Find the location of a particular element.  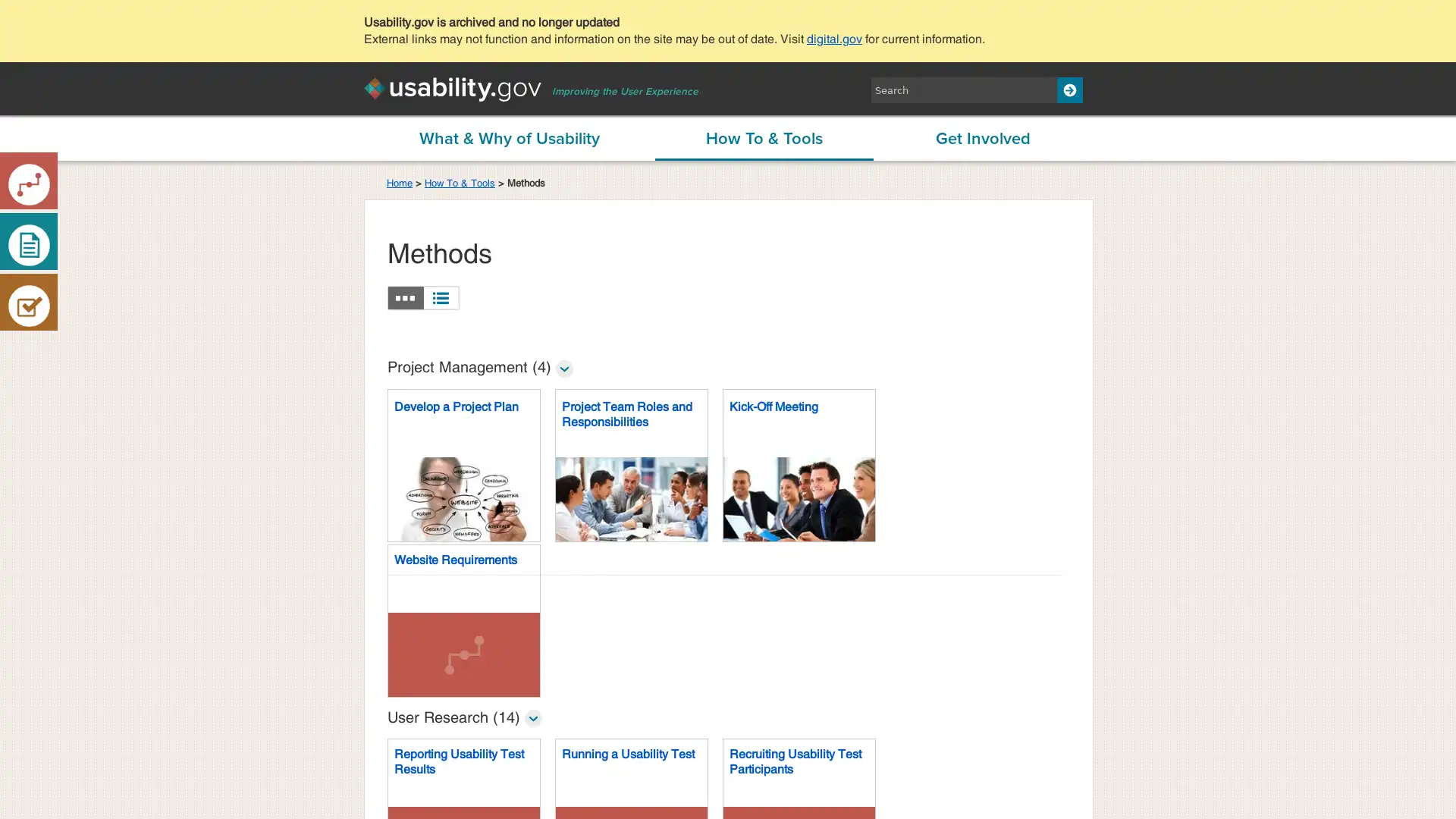

Search is located at coordinates (1069, 90).